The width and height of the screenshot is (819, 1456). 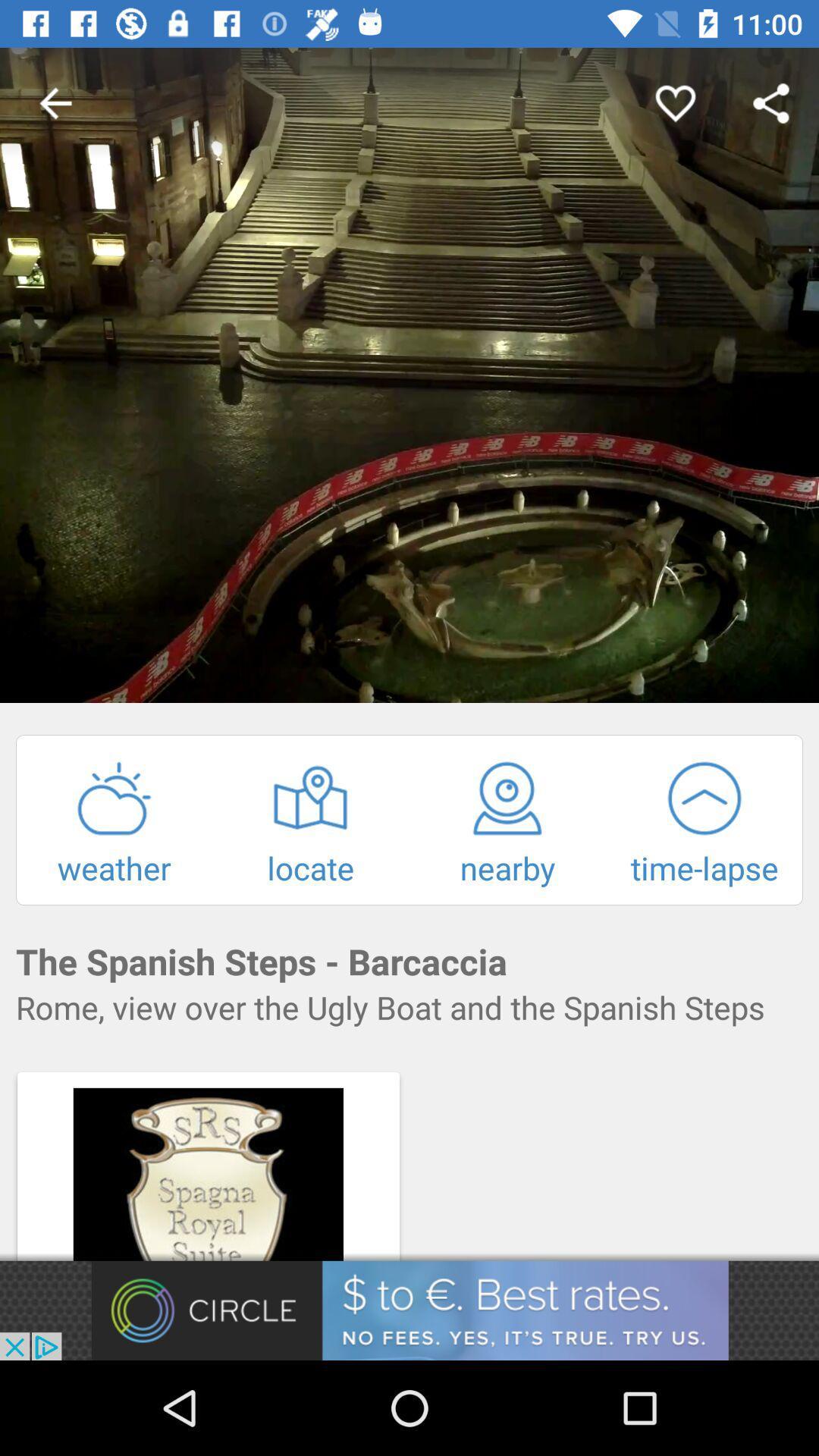 What do you see at coordinates (704, 823) in the screenshot?
I see `option right to nearby option` at bounding box center [704, 823].